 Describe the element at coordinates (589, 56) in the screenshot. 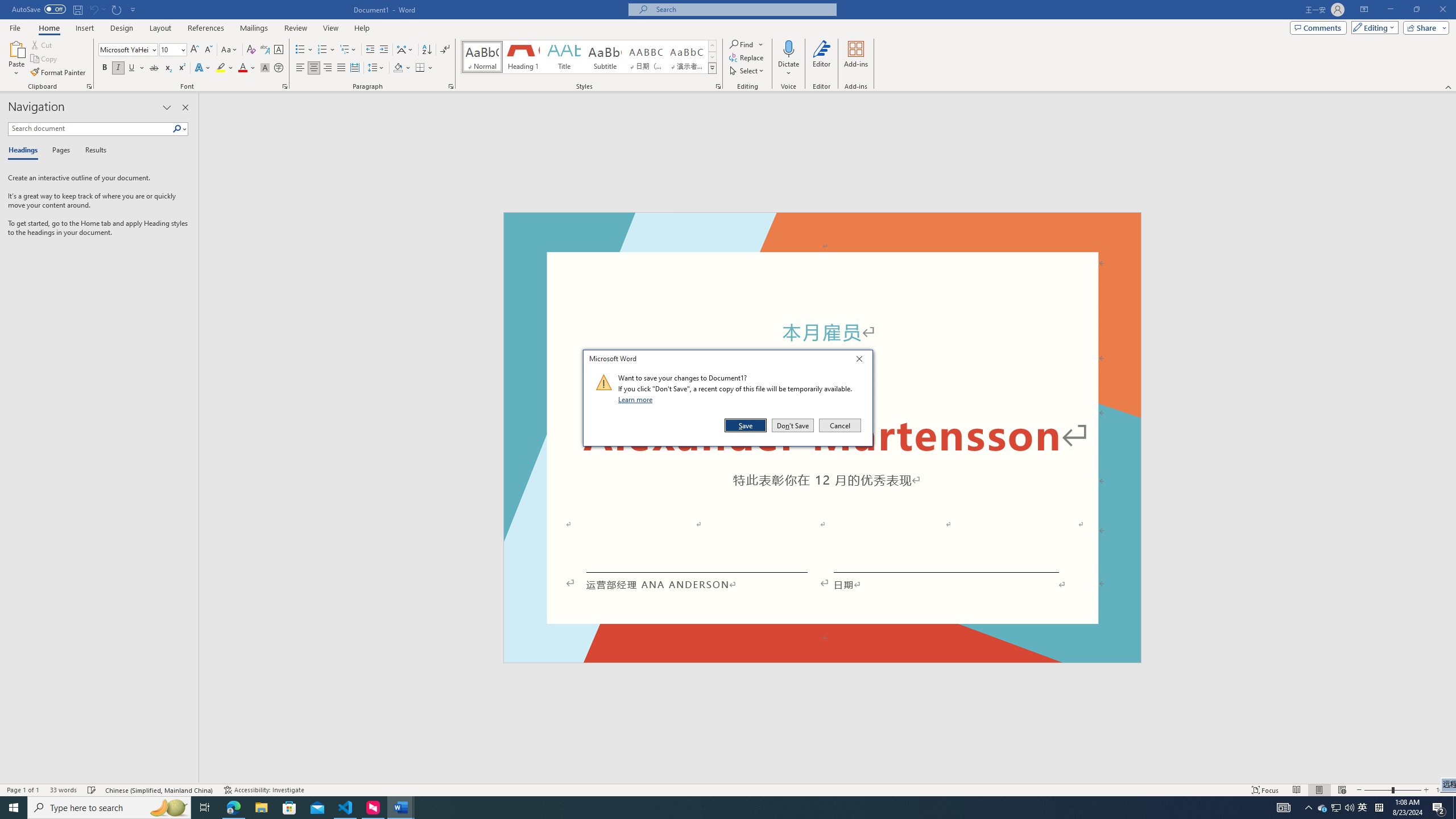

I see `'AutomationID: QuickStylesGallery'` at that location.